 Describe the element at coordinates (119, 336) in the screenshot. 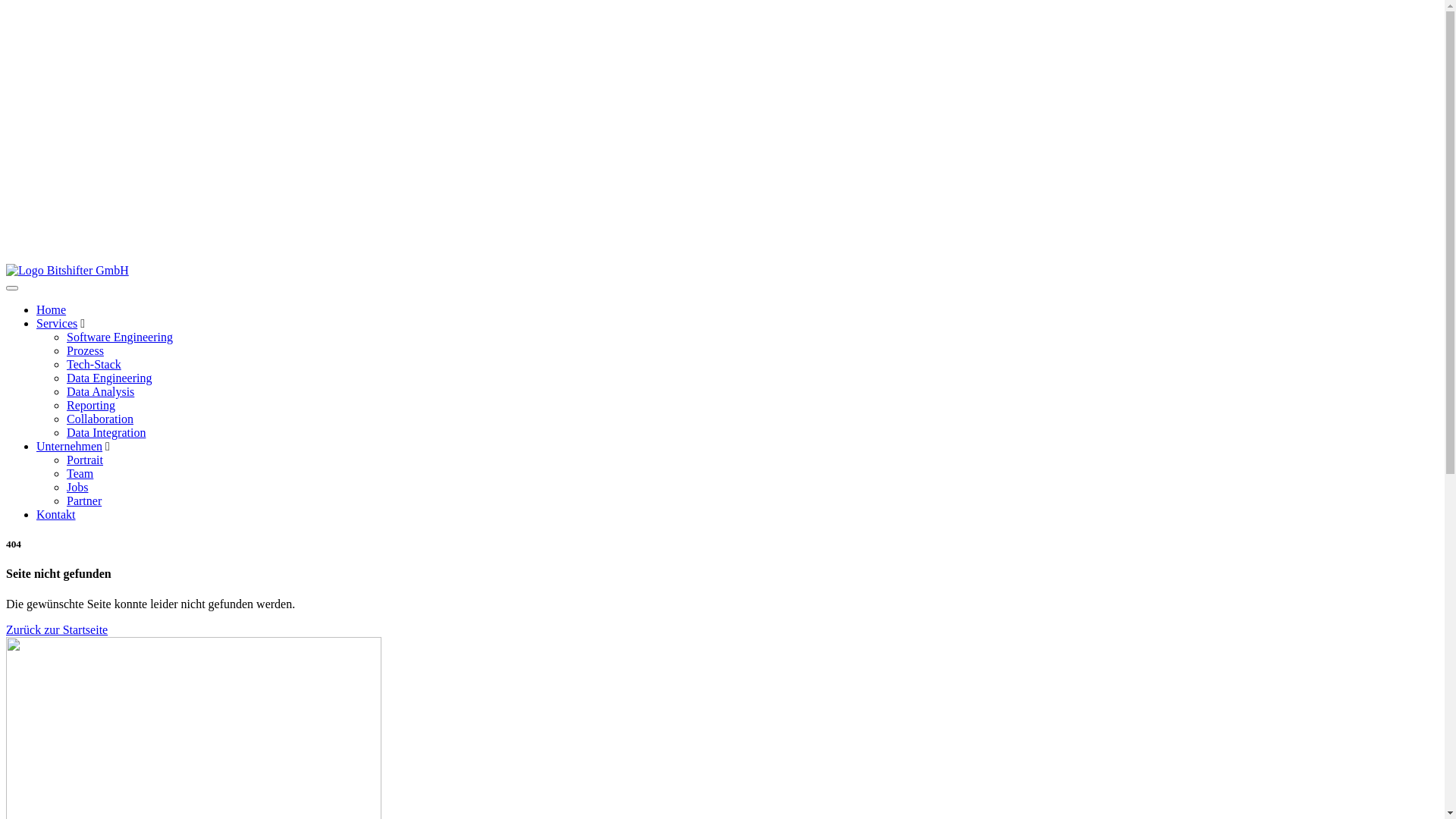

I see `'Software Engineering'` at that location.